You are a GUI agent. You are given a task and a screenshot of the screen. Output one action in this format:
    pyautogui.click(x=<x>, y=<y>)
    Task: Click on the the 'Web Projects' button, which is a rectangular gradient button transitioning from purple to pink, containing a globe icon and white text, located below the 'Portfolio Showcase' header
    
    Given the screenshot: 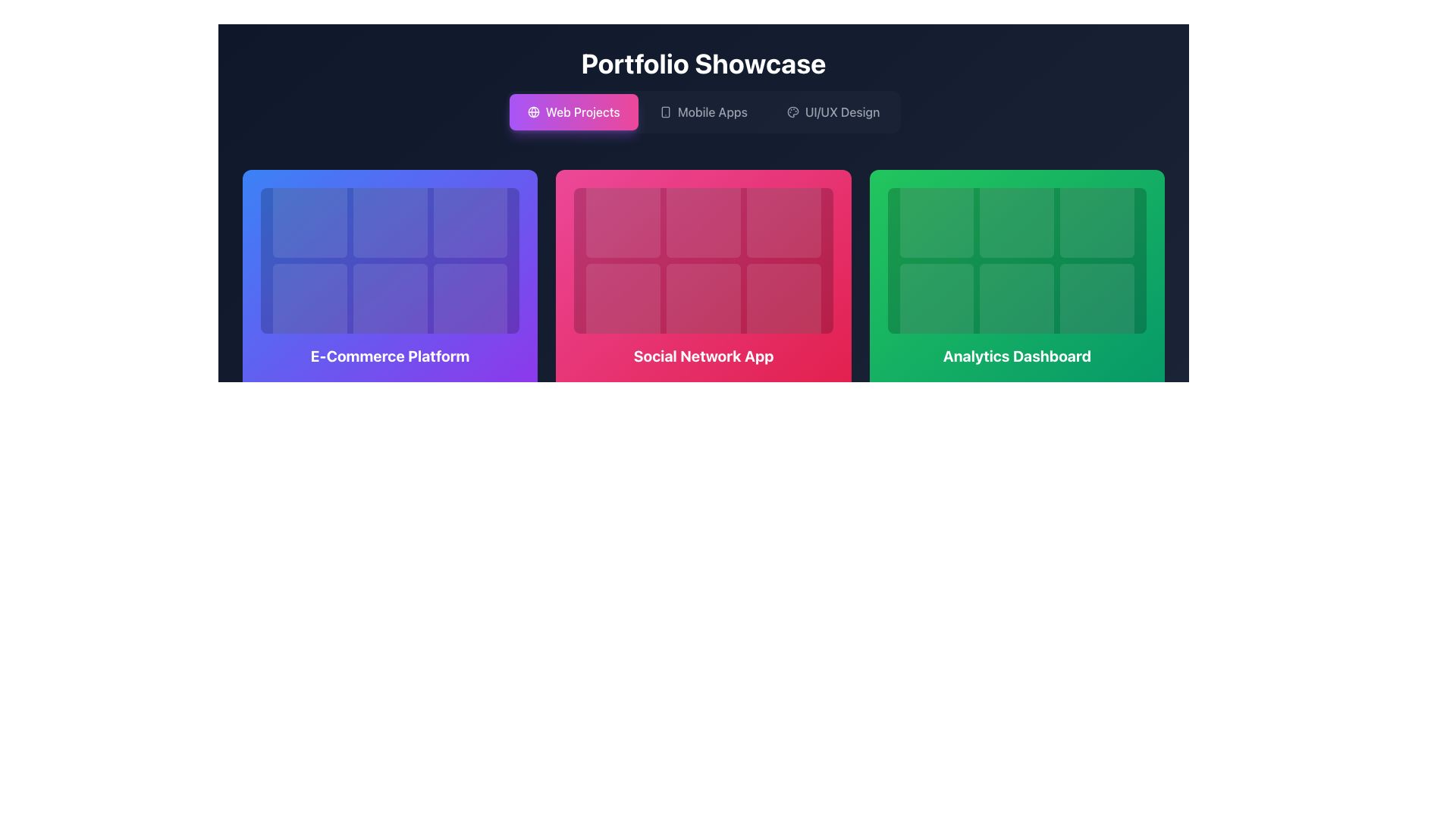 What is the action you would take?
    pyautogui.click(x=573, y=111)
    